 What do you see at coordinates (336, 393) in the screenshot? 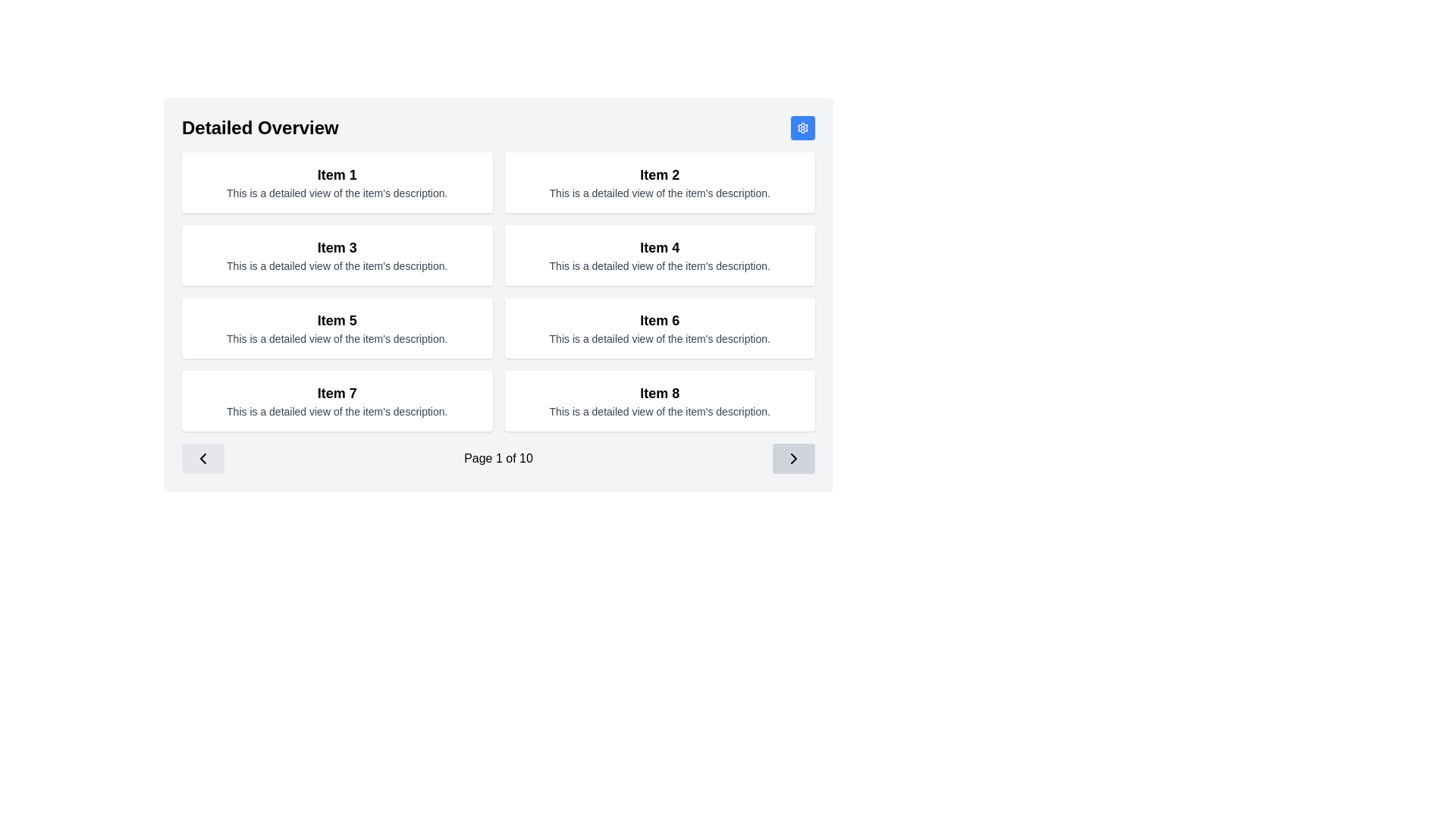
I see `the text label 'Item 7' which is a bold header located in the lower left corner of a card in a 2x4 grid layout` at bounding box center [336, 393].